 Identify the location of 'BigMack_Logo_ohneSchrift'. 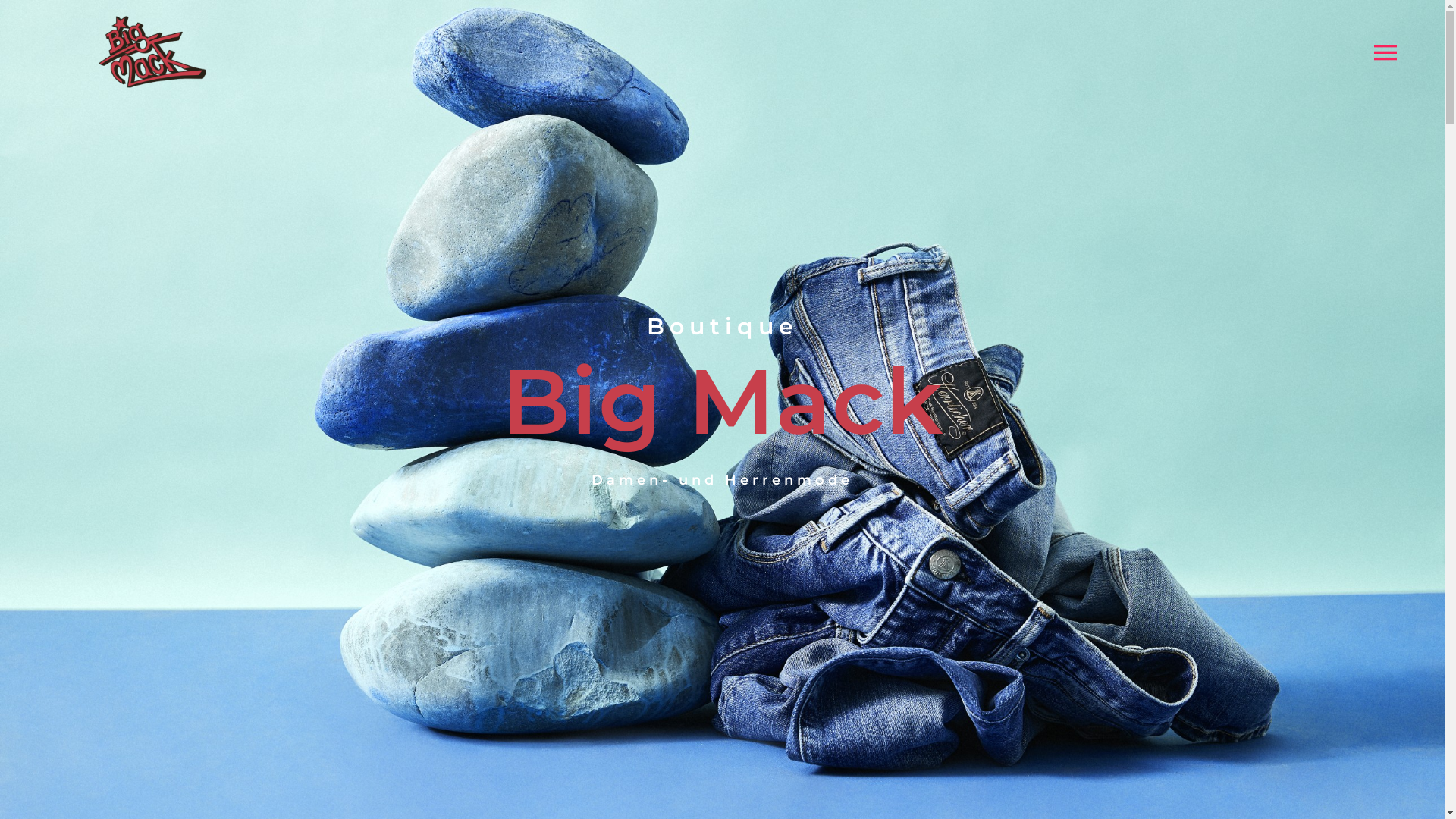
(95, 51).